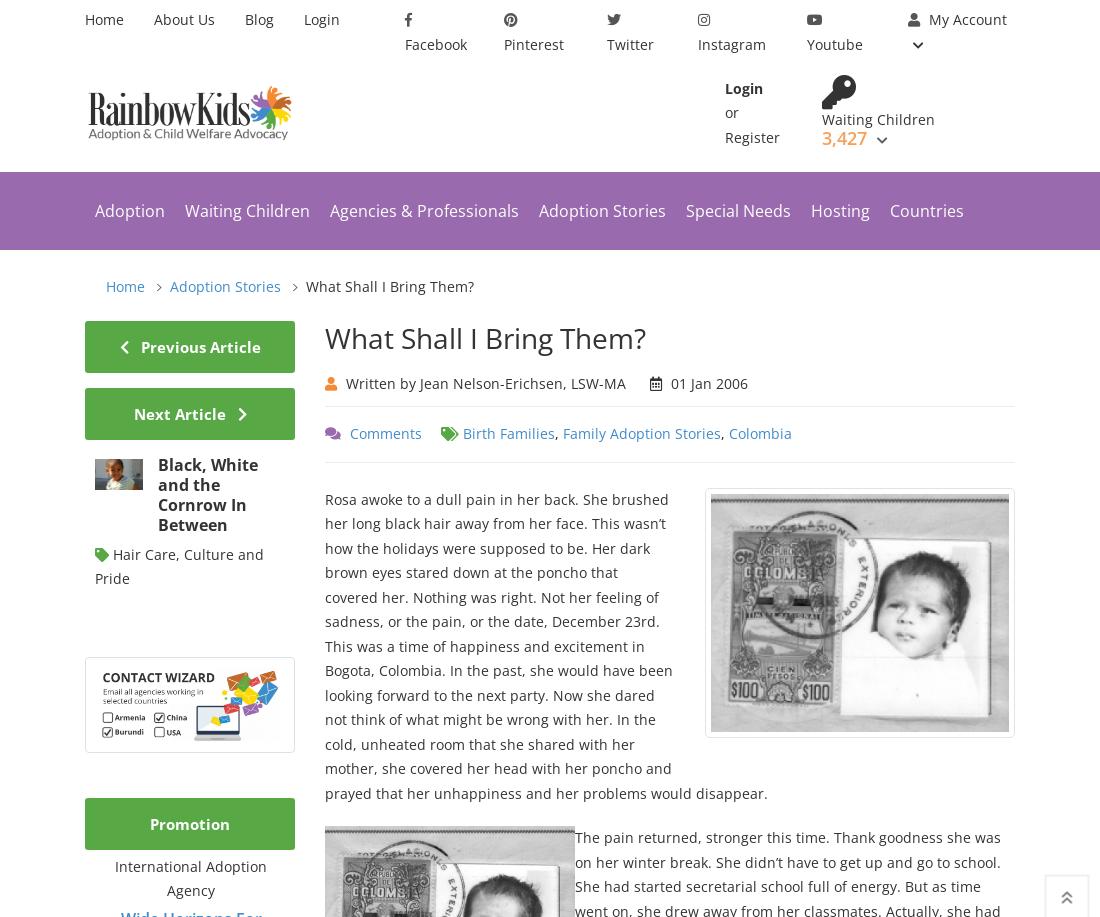  Describe the element at coordinates (532, 43) in the screenshot. I see `'Pinterest'` at that location.